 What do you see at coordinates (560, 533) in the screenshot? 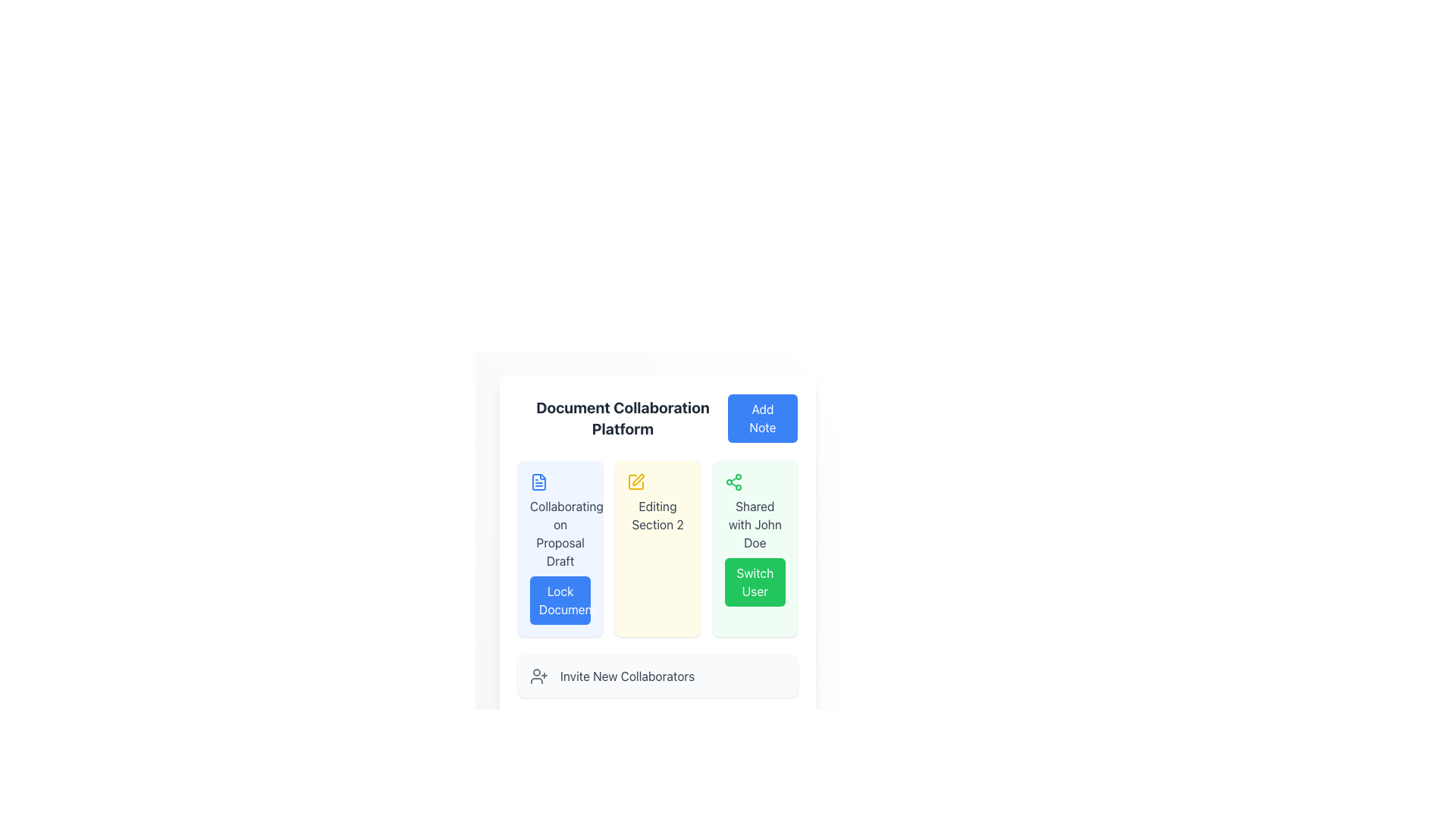
I see `the descriptive title label for the collaborative document editing feature located within the first blue card in a grid, positioned above the 'Lock Document' button` at bounding box center [560, 533].